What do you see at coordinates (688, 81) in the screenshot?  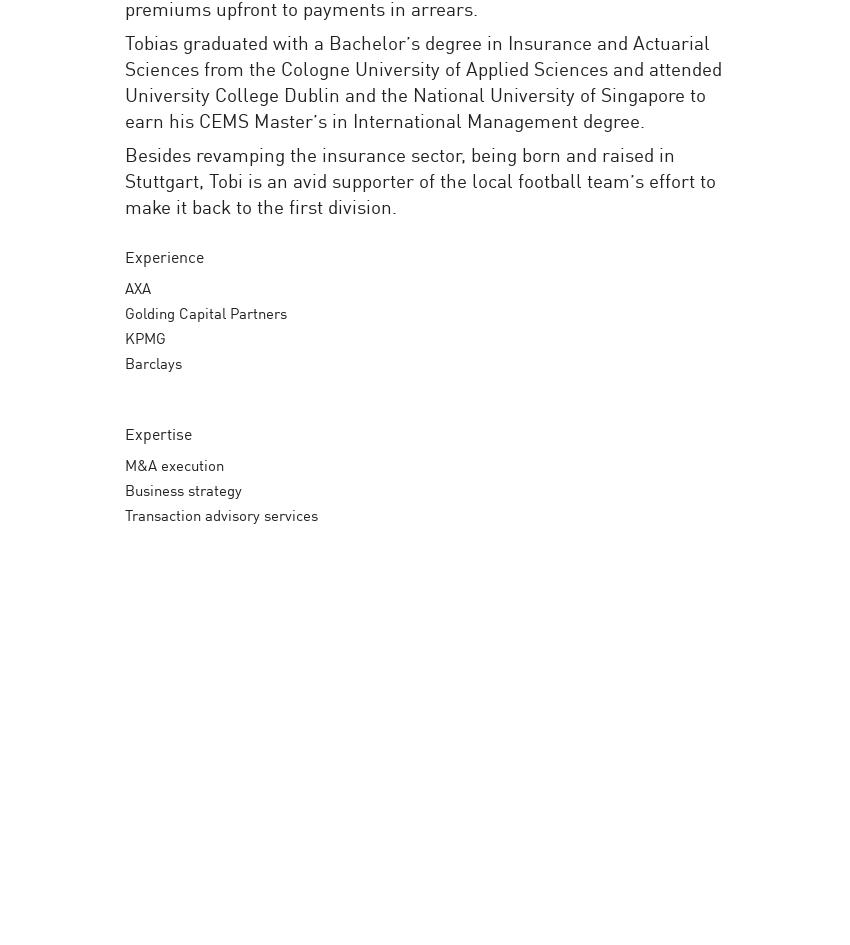 I see `'contact'` at bounding box center [688, 81].